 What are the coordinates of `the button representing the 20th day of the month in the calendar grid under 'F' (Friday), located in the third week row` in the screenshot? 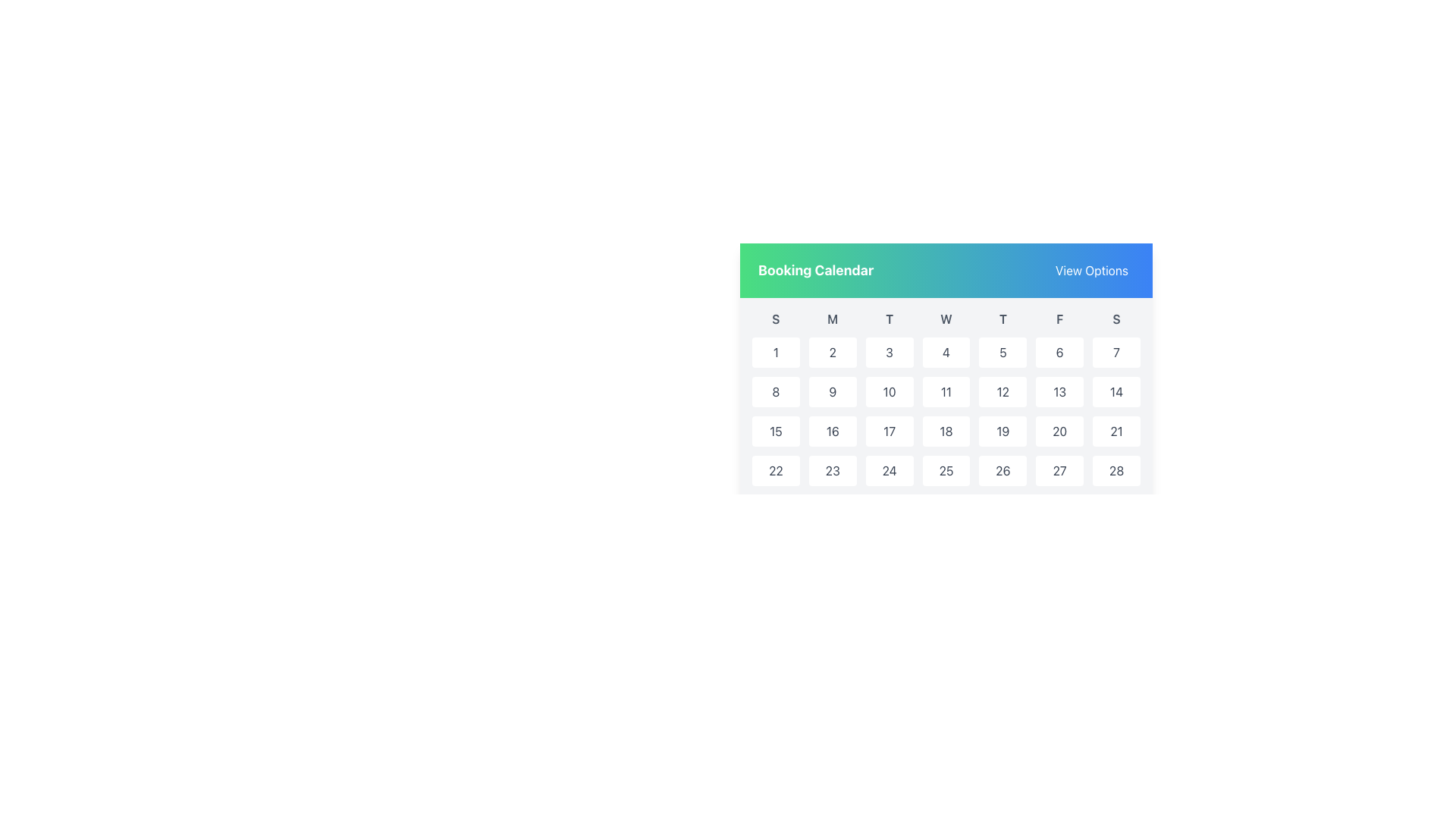 It's located at (1059, 431).